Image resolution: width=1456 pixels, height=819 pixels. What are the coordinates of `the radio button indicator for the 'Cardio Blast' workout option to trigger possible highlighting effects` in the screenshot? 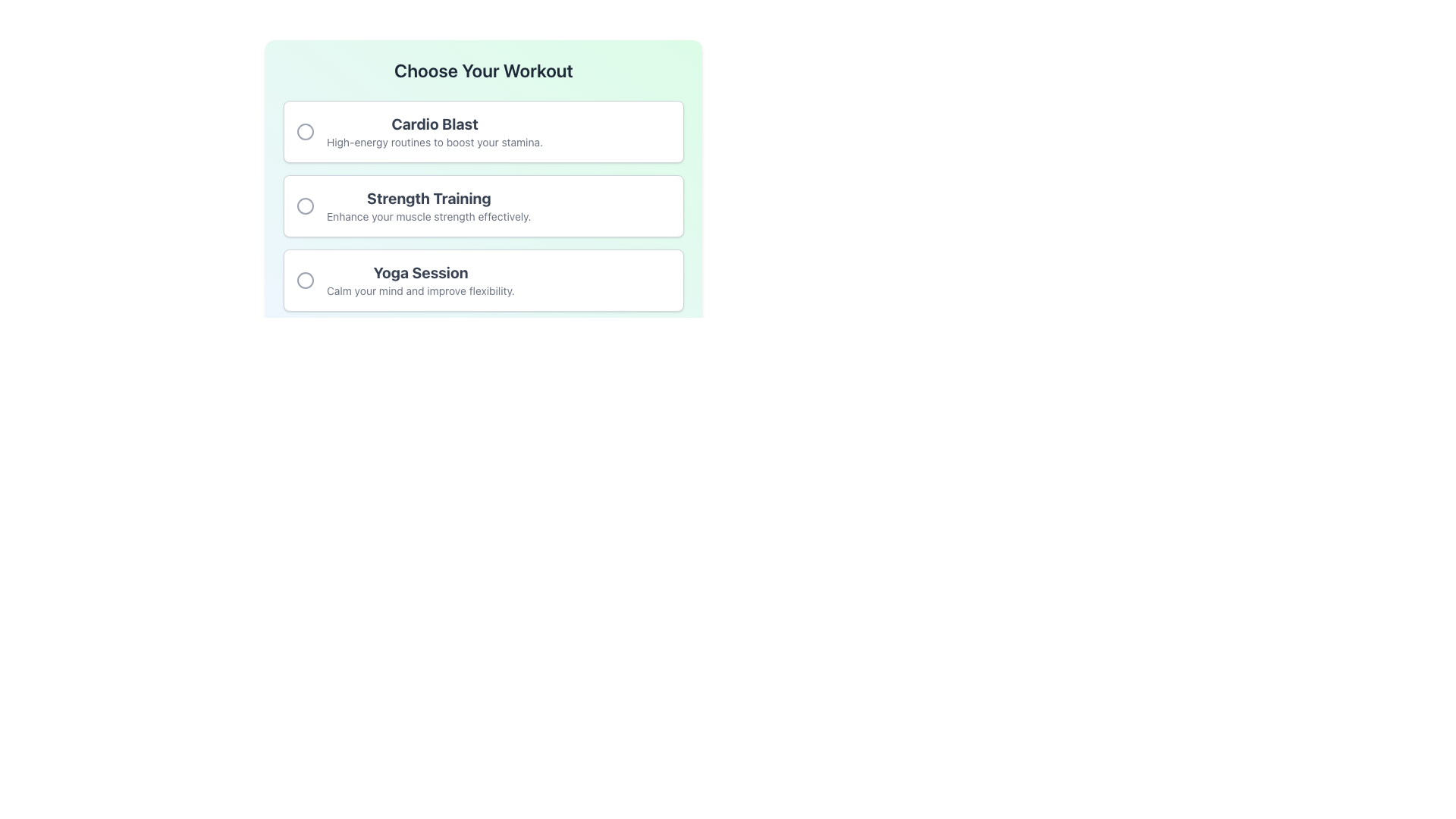 It's located at (305, 130).